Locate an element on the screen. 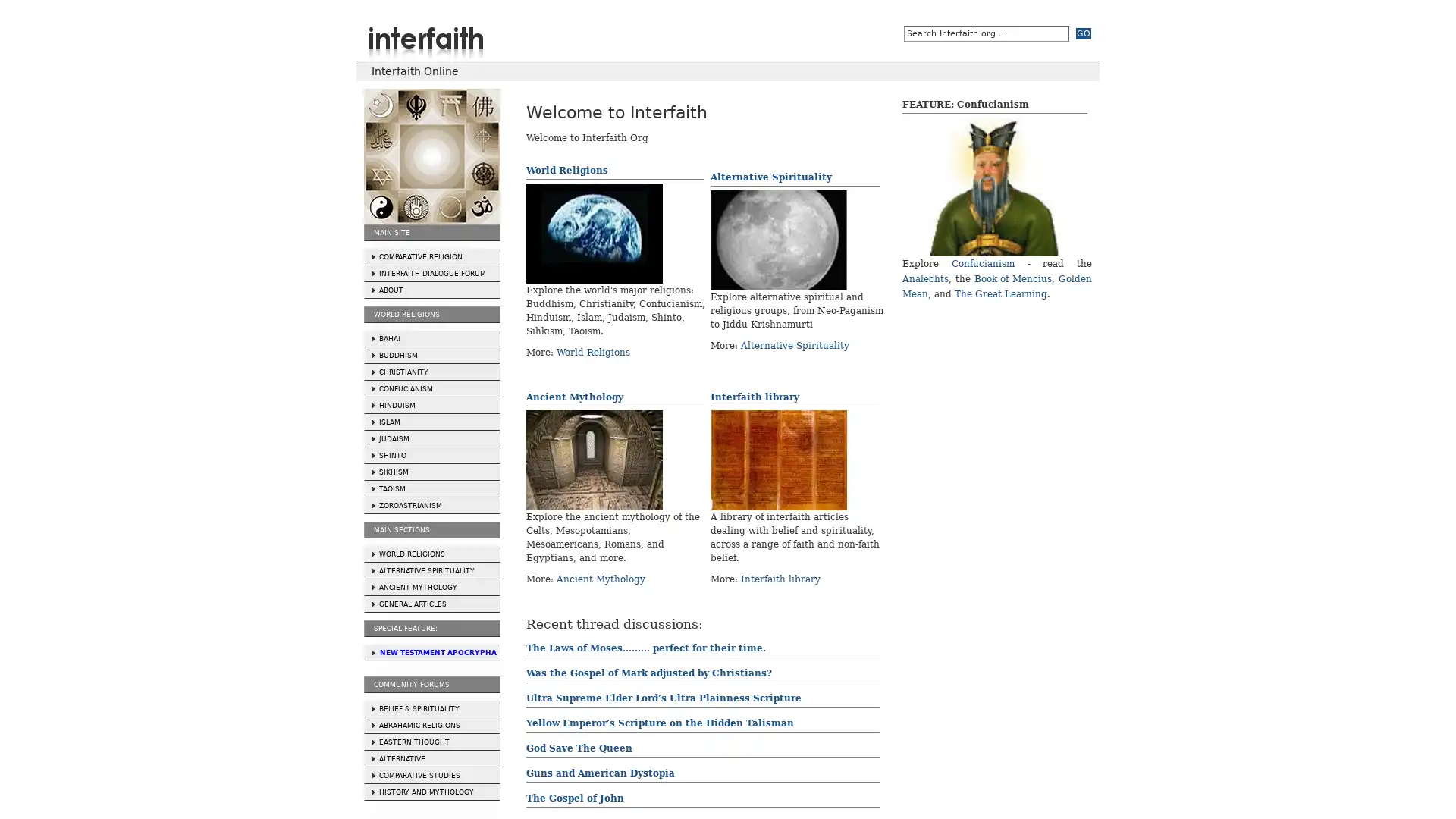 Image resolution: width=1456 pixels, height=819 pixels. GO is located at coordinates (1083, 33).